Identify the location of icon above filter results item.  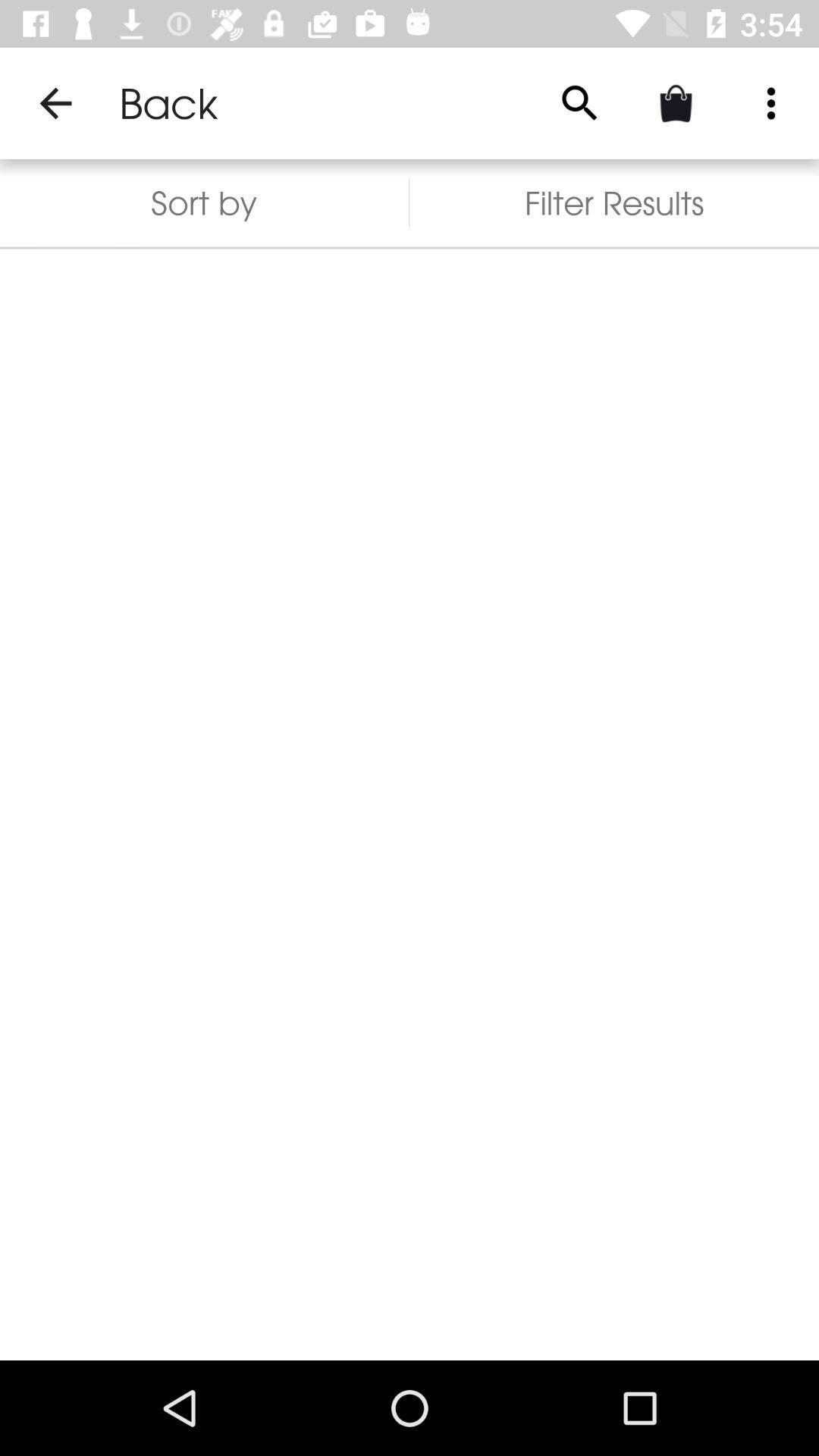
(771, 102).